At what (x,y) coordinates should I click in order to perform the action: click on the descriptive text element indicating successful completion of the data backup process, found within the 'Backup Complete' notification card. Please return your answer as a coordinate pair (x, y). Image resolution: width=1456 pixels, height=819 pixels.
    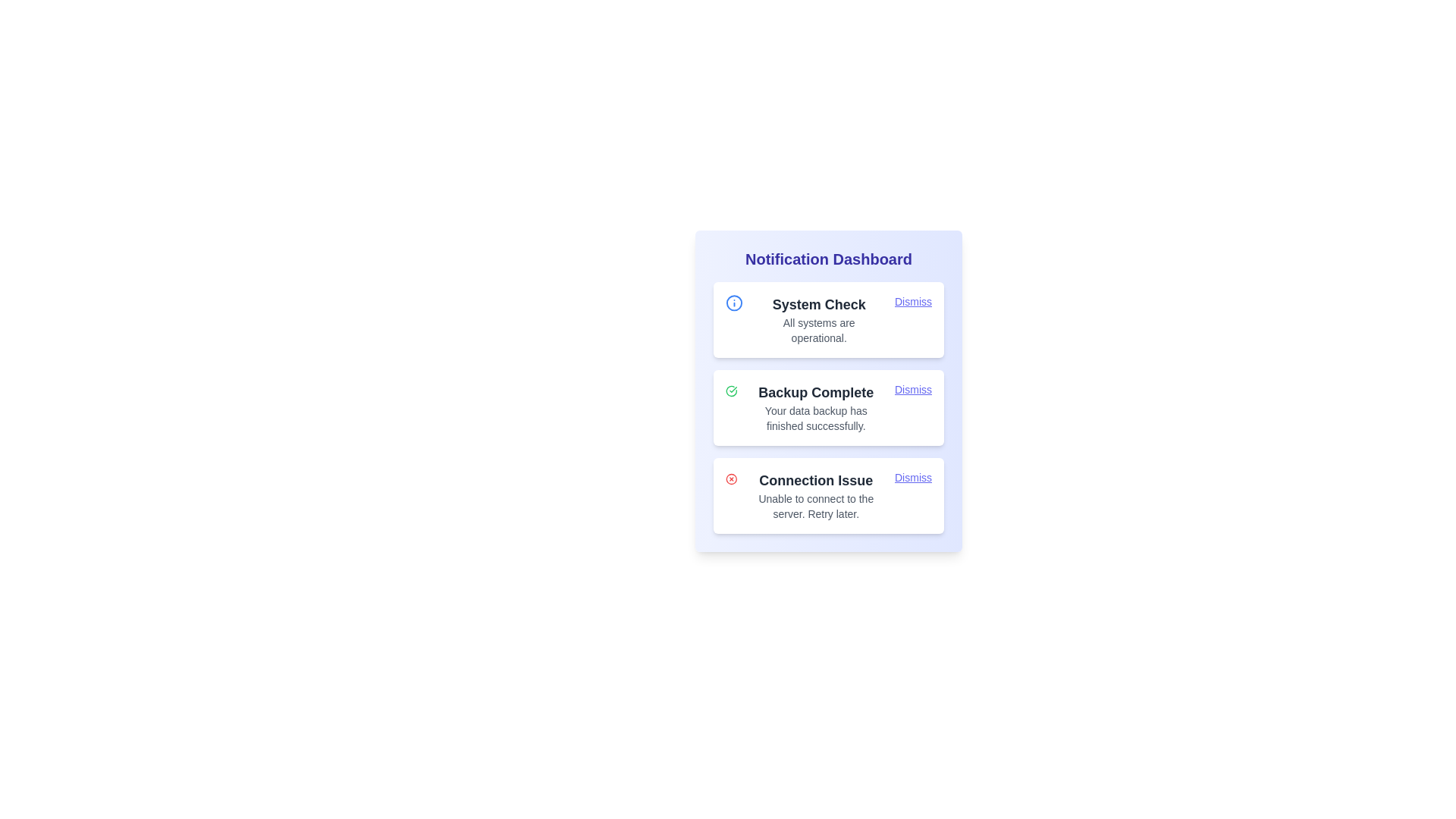
    Looking at the image, I should click on (815, 418).